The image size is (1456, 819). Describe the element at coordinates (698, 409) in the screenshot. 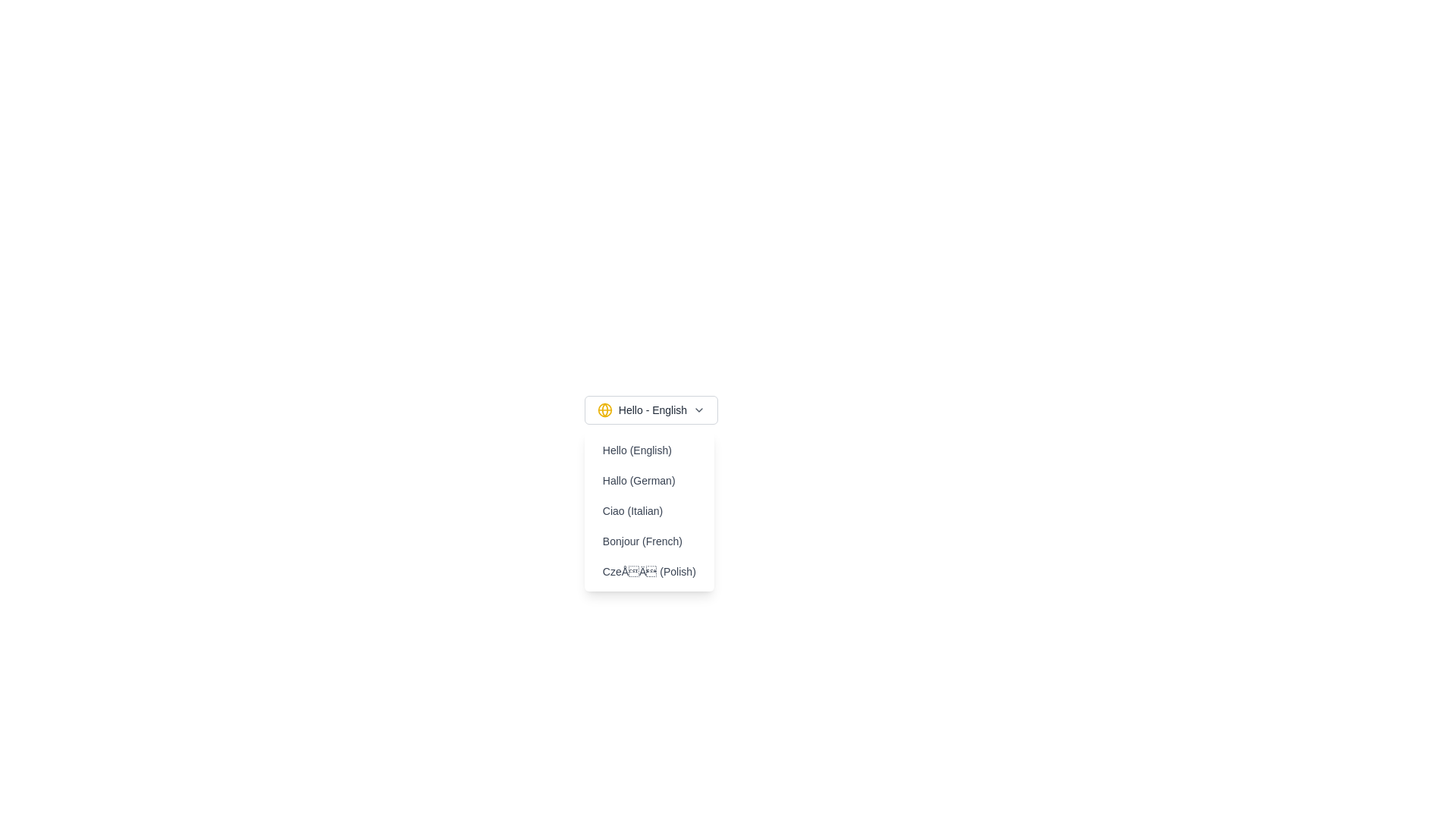

I see `the Dropdown Indicator Icon located to the right of the text 'Hello - English'` at that location.